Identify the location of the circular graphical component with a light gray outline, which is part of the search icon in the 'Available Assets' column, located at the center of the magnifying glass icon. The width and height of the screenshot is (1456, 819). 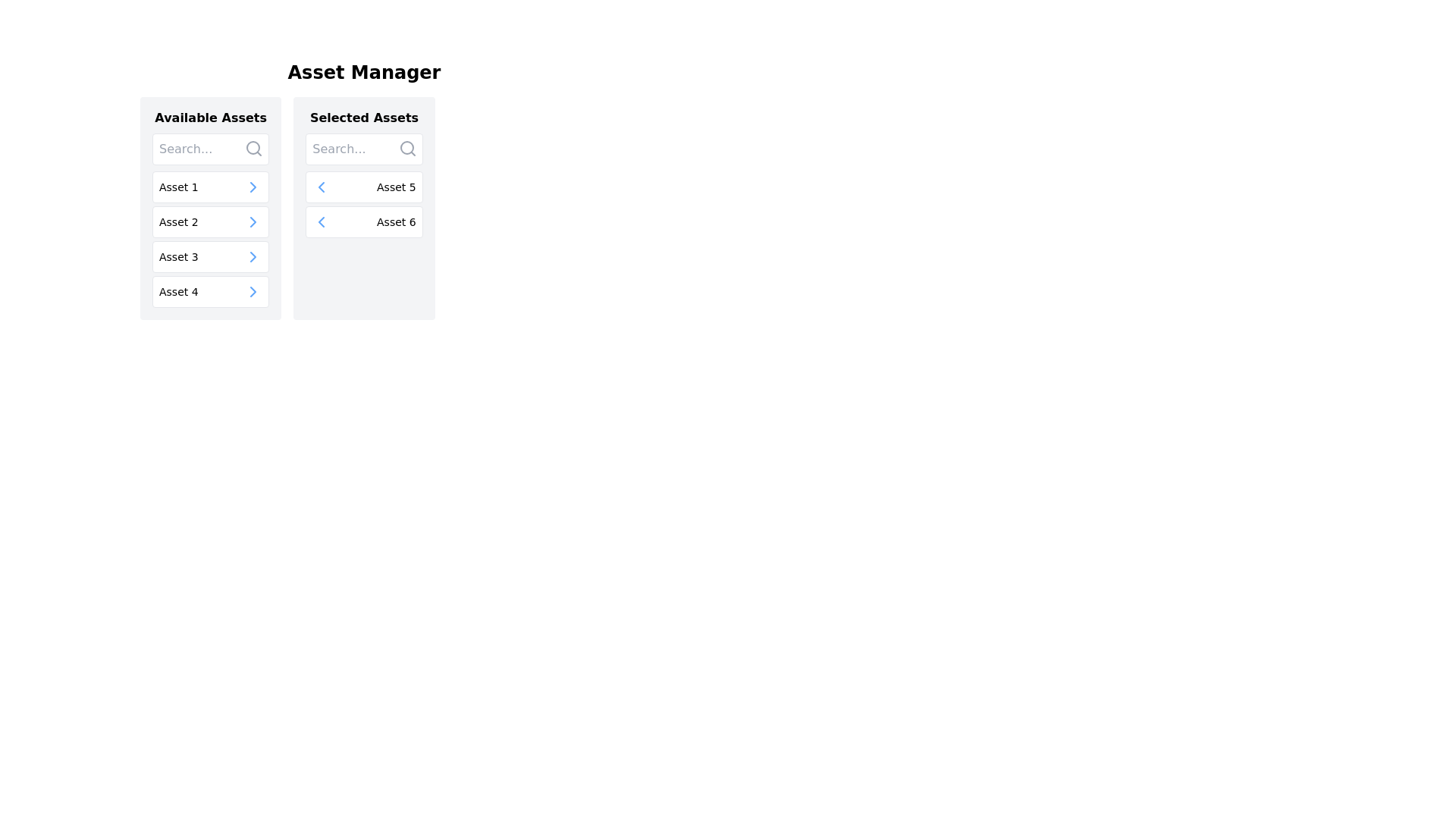
(253, 148).